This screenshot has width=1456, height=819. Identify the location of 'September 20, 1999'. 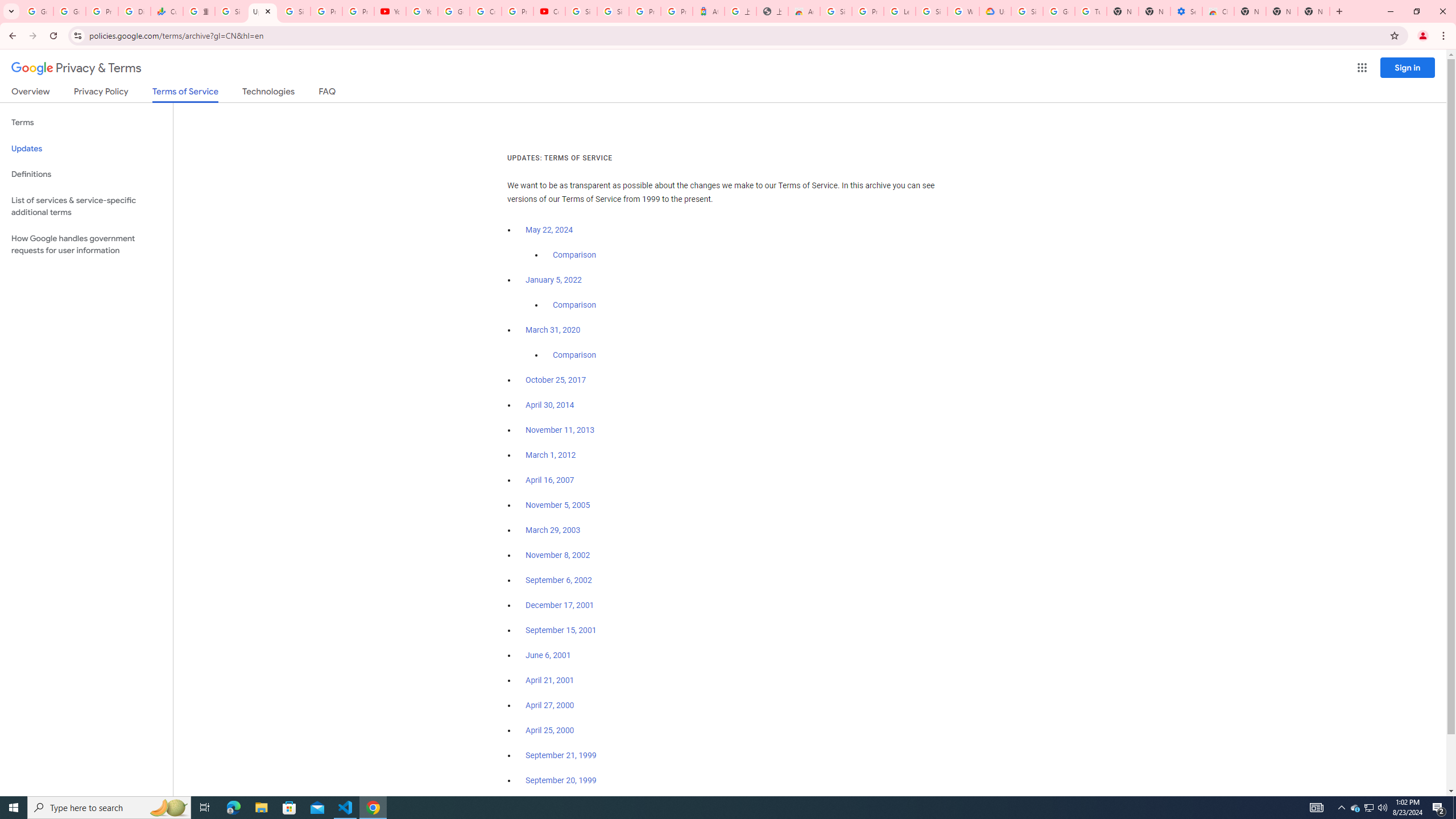
(561, 780).